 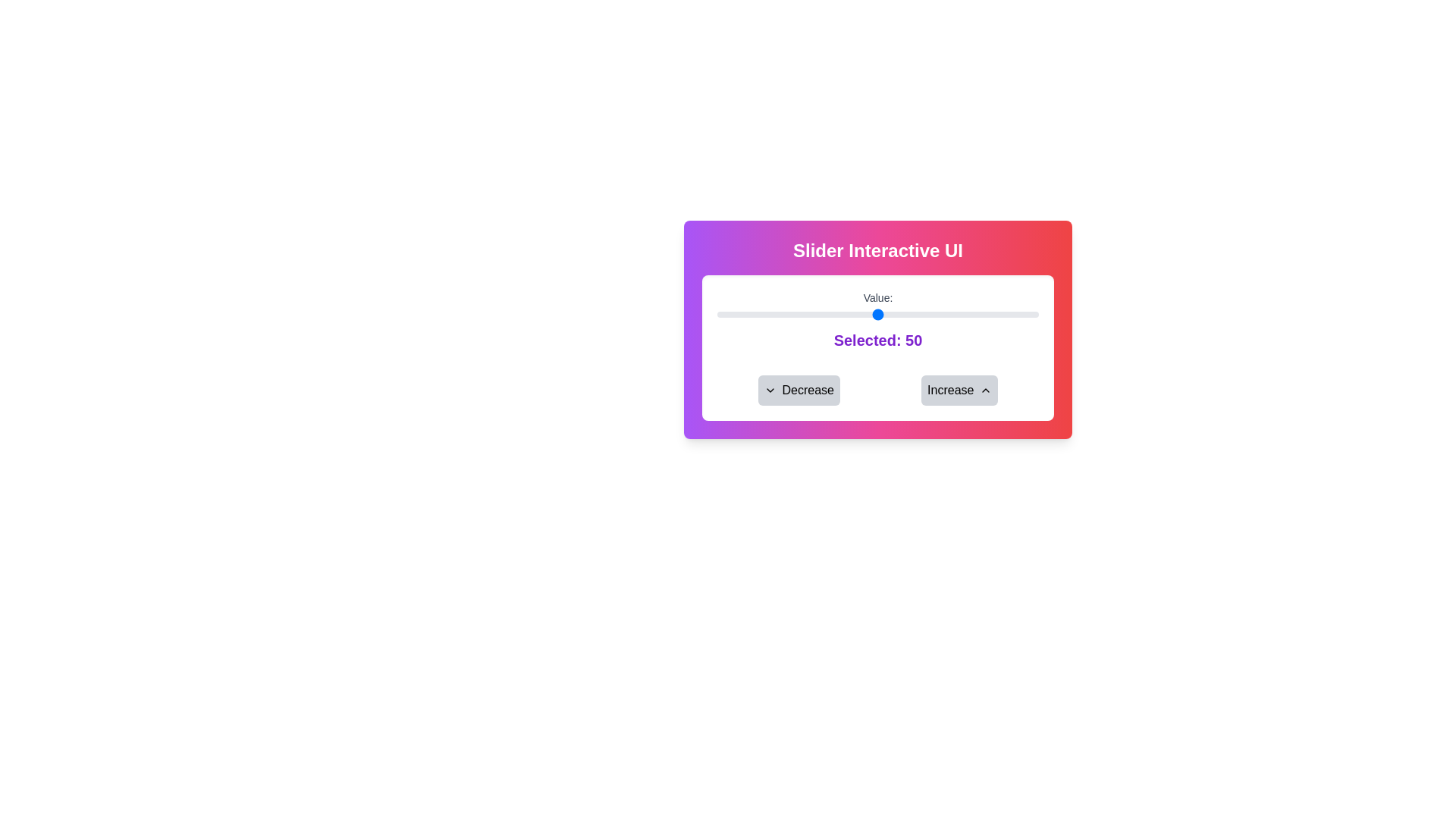 What do you see at coordinates (945, 314) in the screenshot?
I see `slider value` at bounding box center [945, 314].